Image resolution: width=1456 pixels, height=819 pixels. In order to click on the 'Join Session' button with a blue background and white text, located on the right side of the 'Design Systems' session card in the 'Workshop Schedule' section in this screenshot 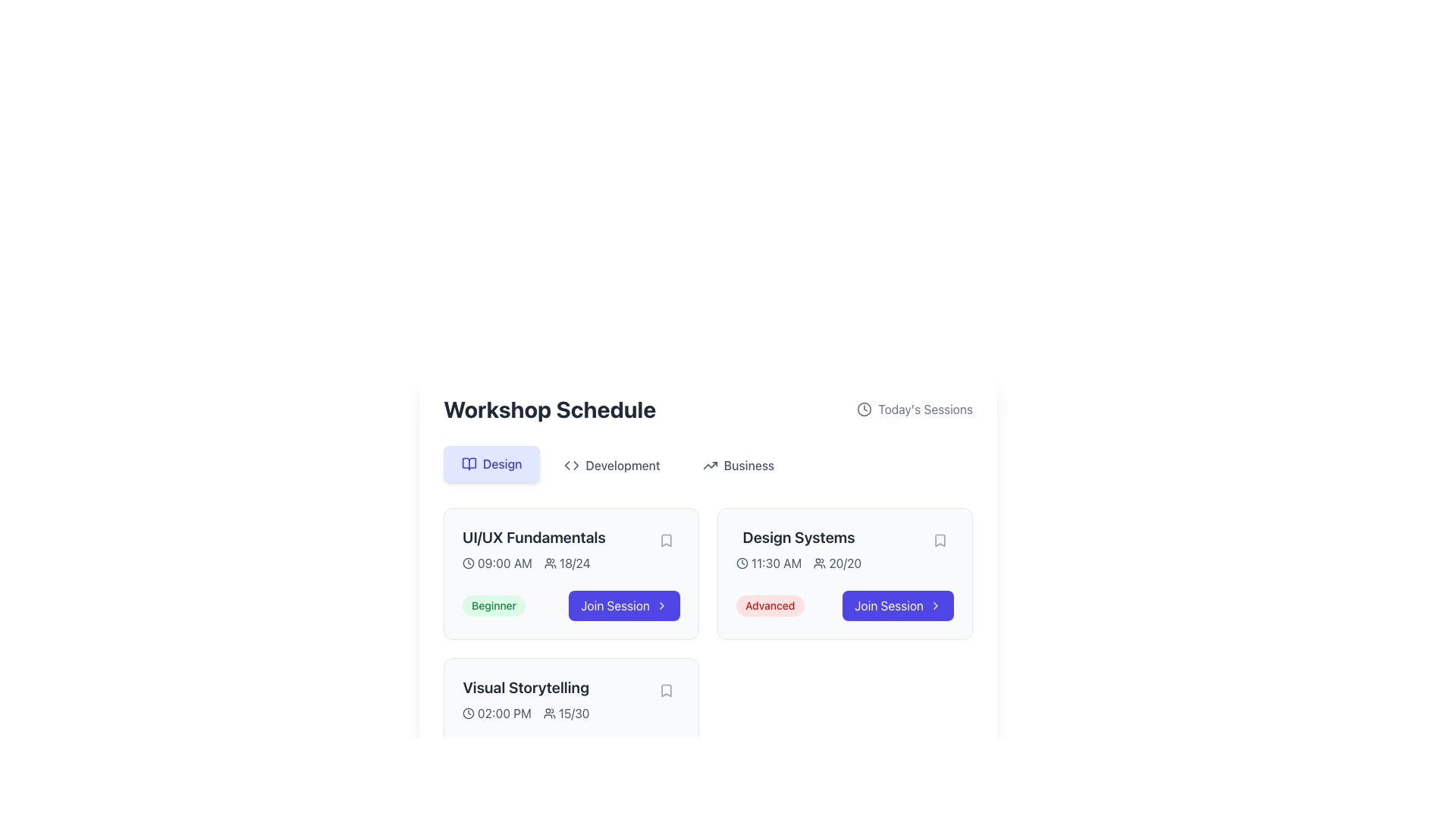, I will do `click(898, 604)`.